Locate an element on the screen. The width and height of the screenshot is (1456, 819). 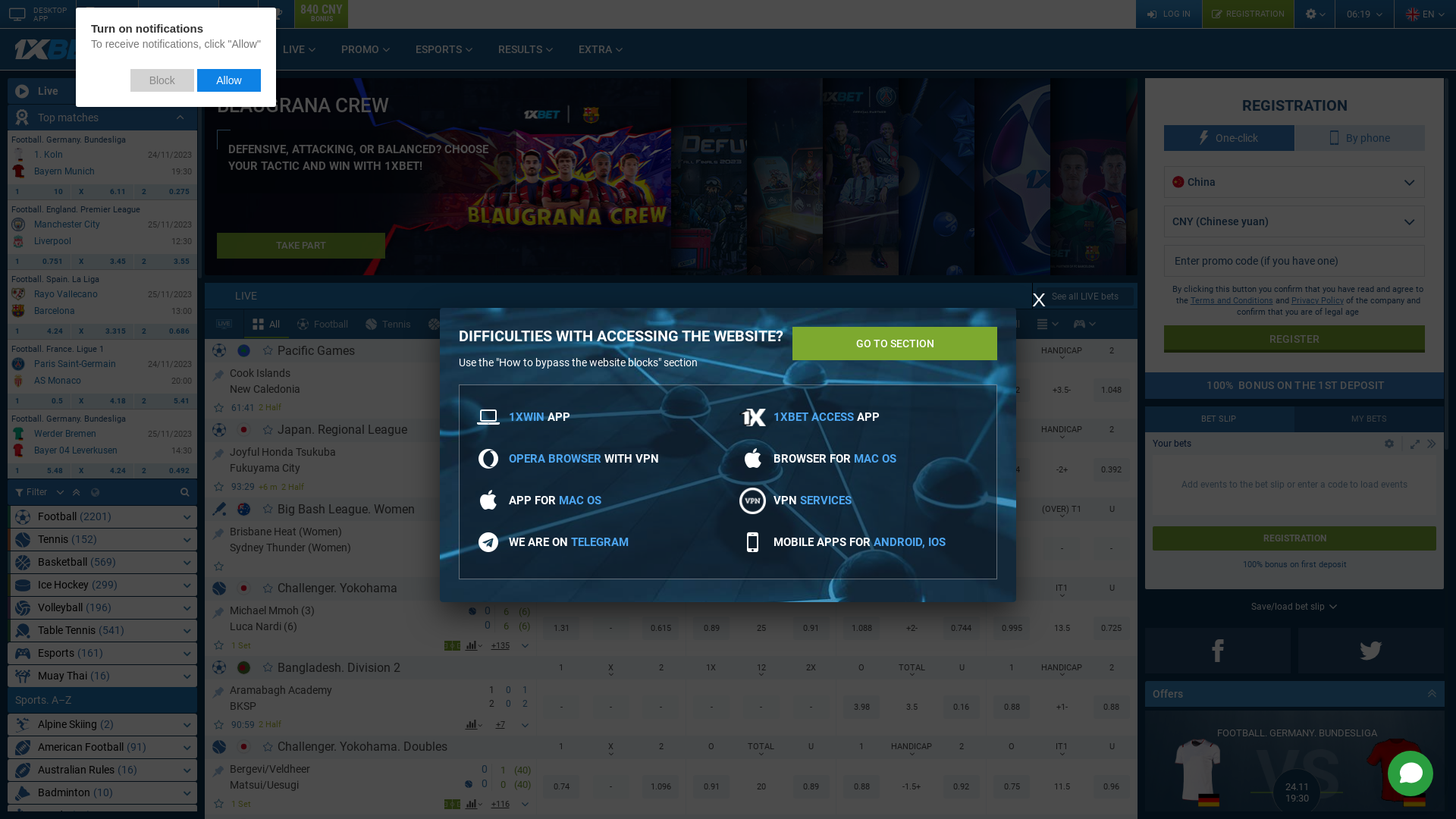
'Pacific Games' is located at coordinates (315, 350).